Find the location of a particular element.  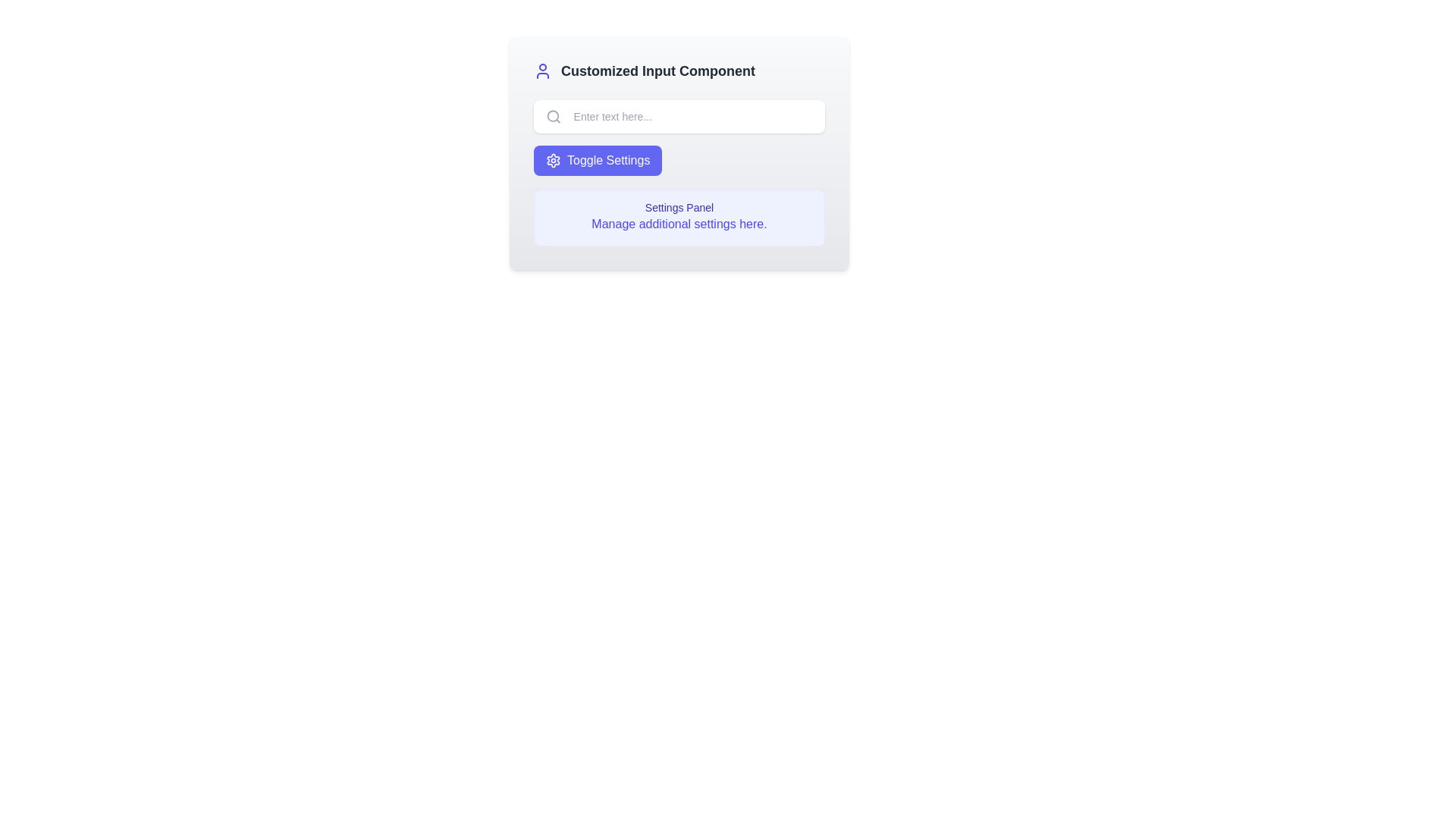

the second interactive button located below the search input field is located at coordinates (597, 161).